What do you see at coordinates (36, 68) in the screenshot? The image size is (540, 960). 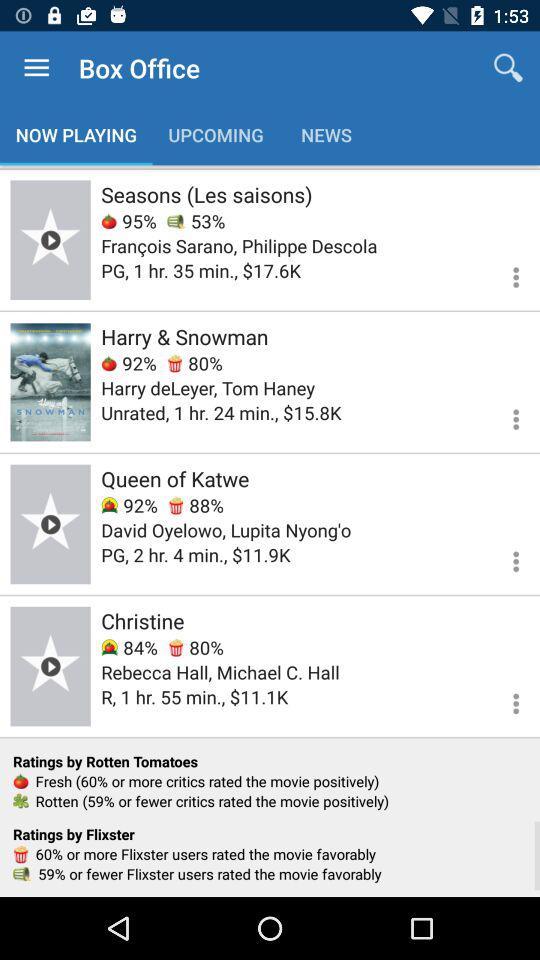 I see `the app to the left of the box office` at bounding box center [36, 68].